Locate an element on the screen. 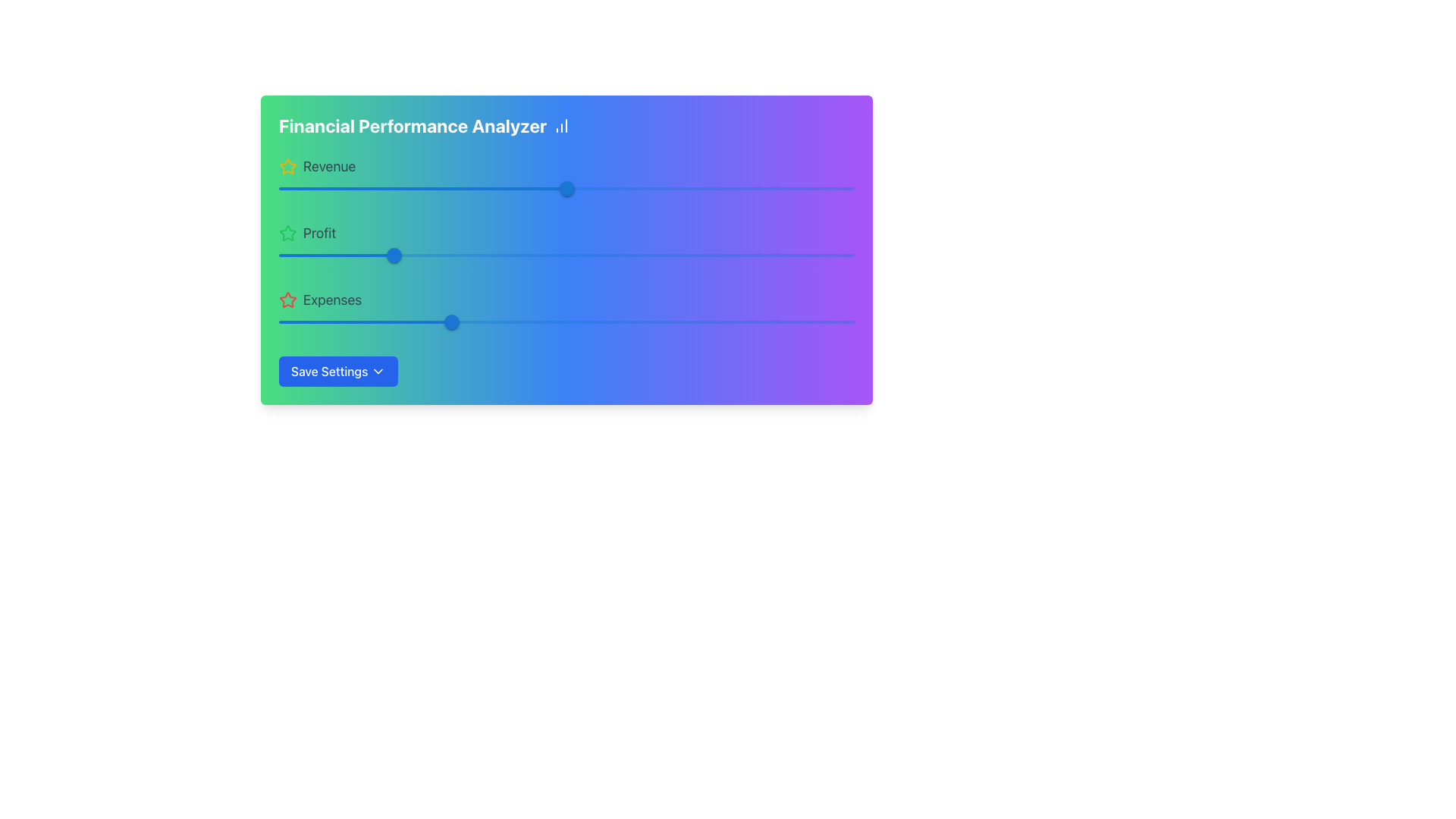 Image resolution: width=1456 pixels, height=819 pixels. the slider track of the 'Expenses' slider, which is a thin rectangular component located below the 'Profit' slider and extends to approximately 30% of the slider's total width is located at coordinates (365, 321).